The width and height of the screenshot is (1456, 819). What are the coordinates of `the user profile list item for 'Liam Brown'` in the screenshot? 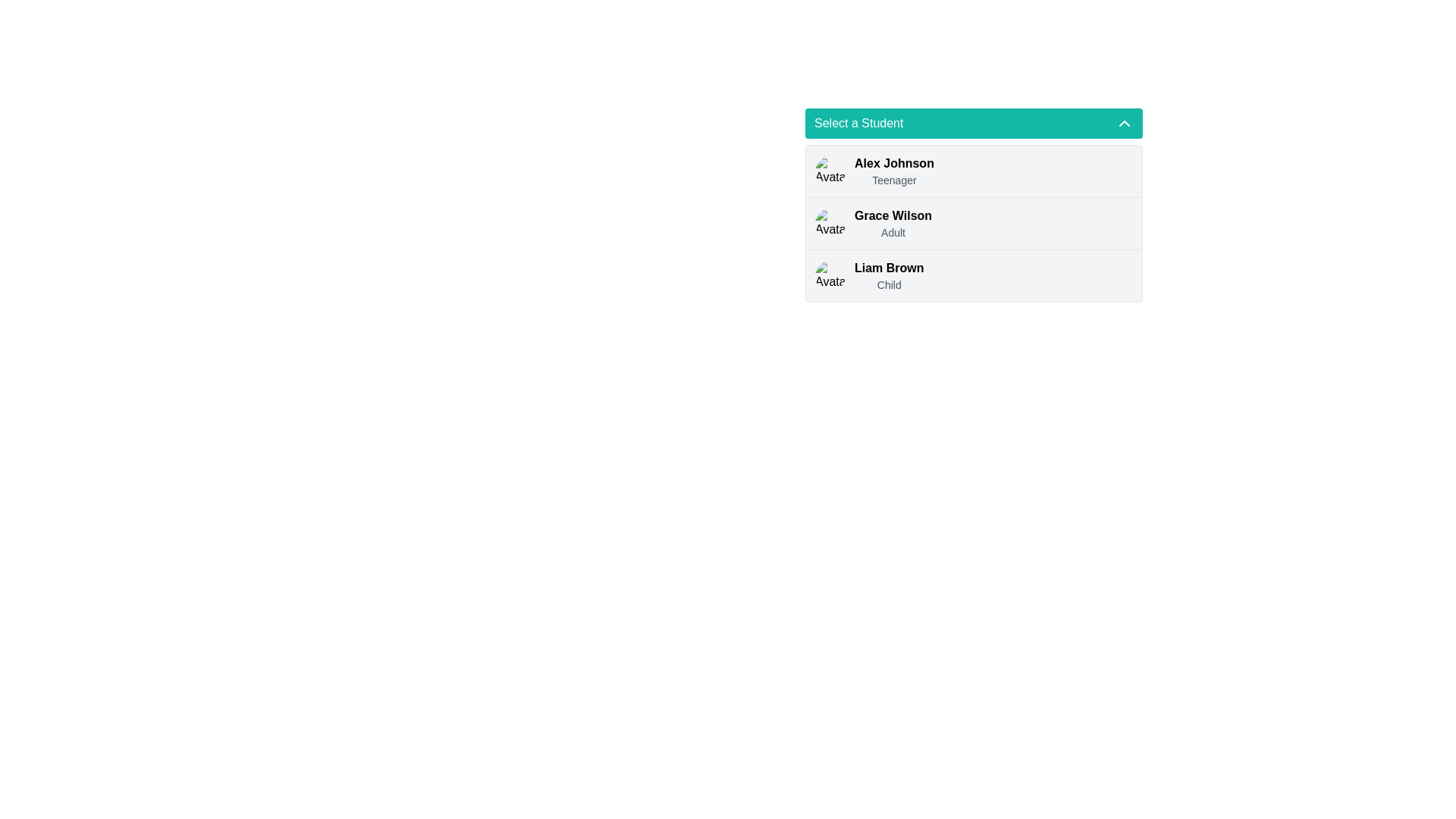 It's located at (974, 275).